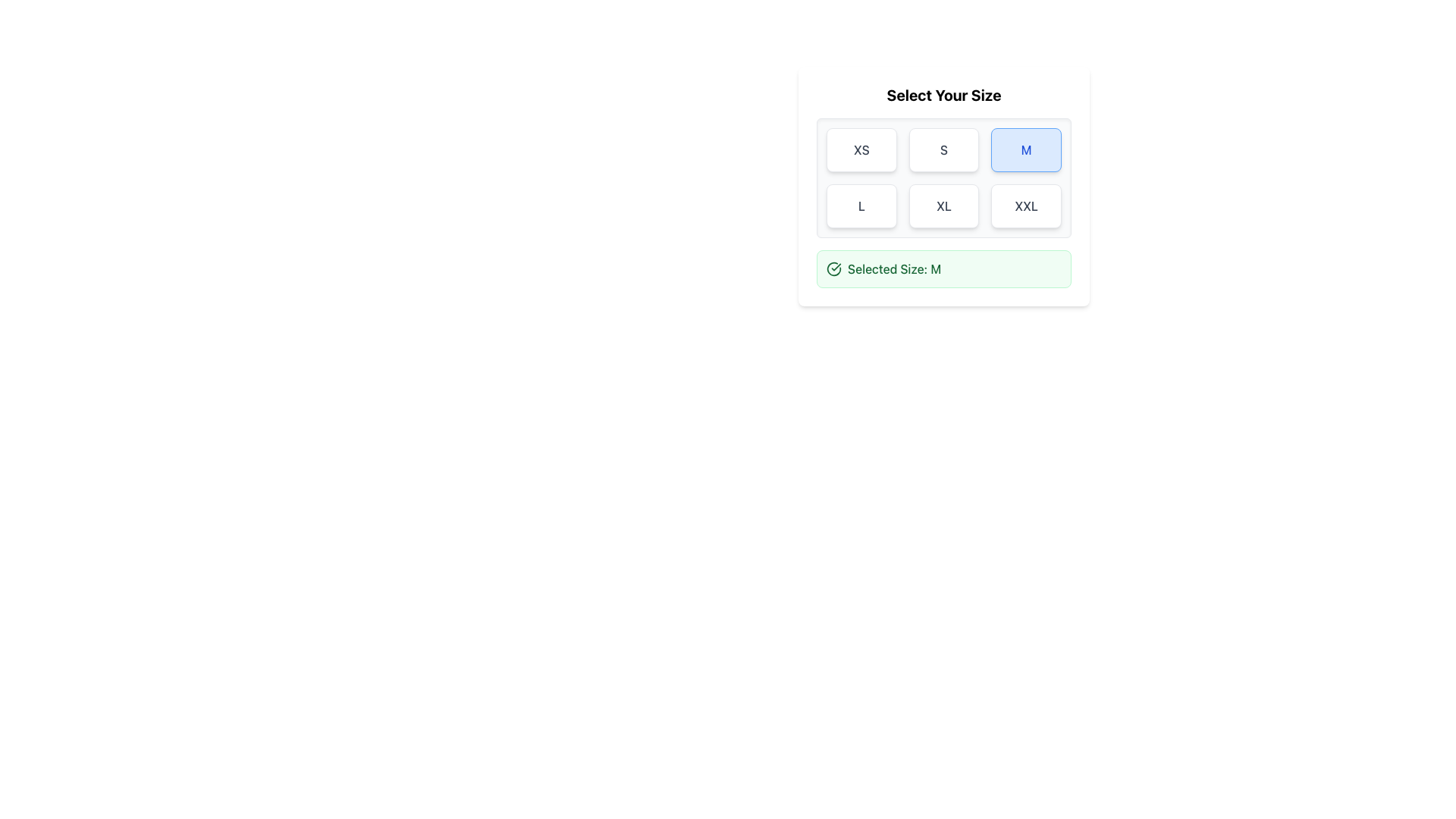 The image size is (1456, 819). What do you see at coordinates (943, 206) in the screenshot?
I see `the size option button for 'XL' located in the second row, second column of the grid layout` at bounding box center [943, 206].